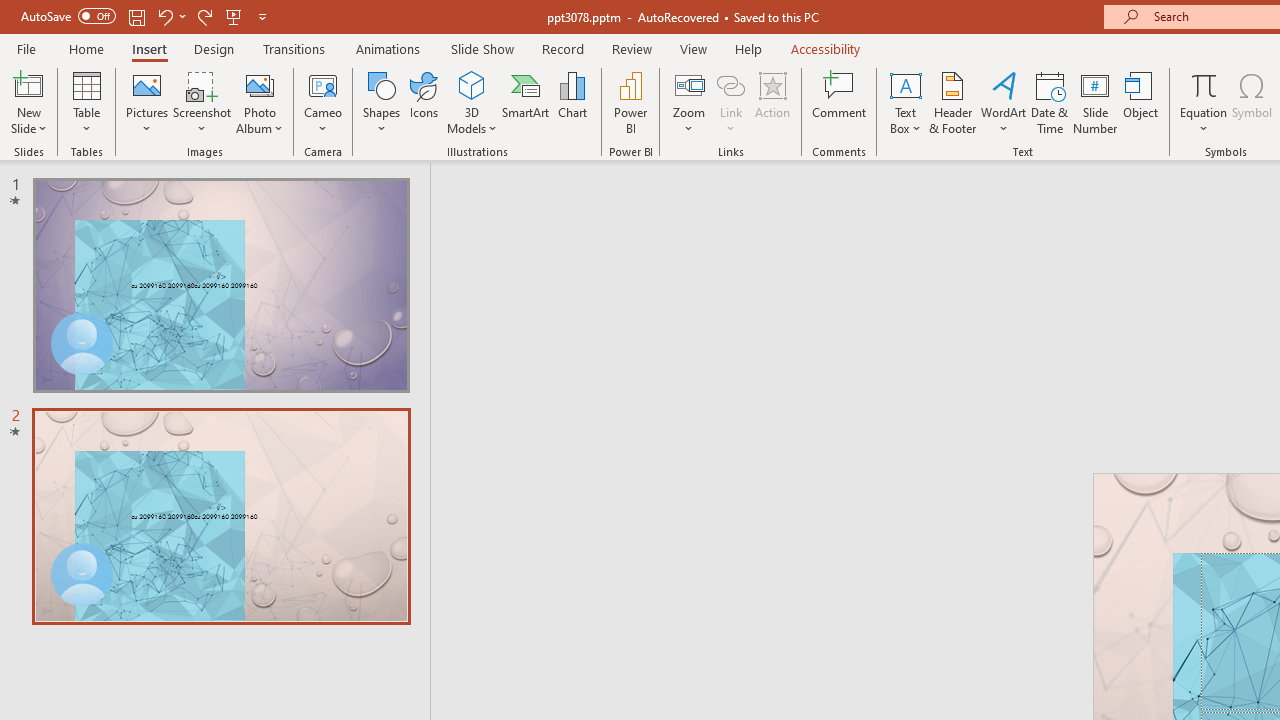 The image size is (1280, 720). Describe the element at coordinates (951, 103) in the screenshot. I see `'Header & Footer...'` at that location.